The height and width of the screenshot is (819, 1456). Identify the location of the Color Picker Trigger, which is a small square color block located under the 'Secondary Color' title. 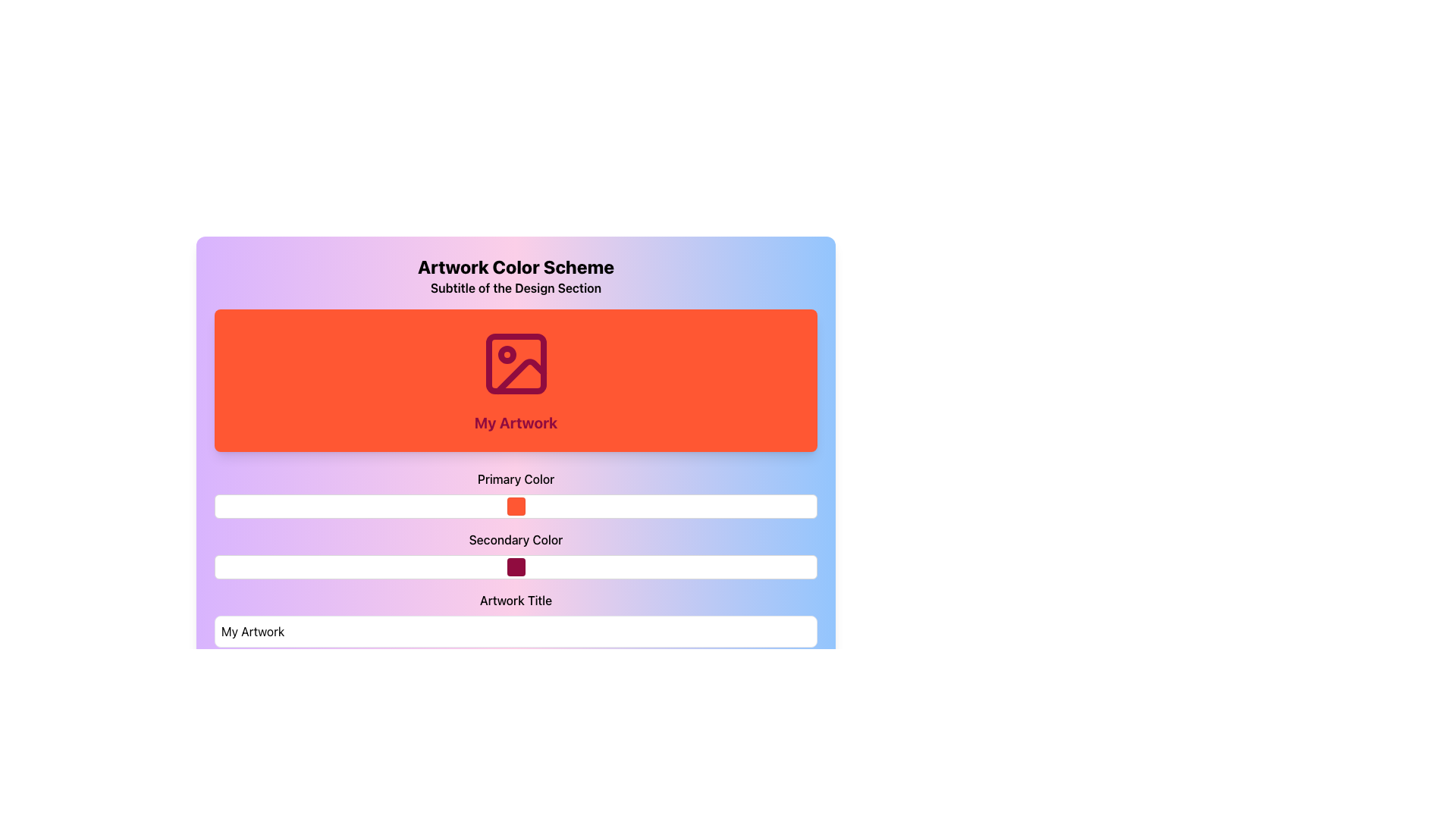
(516, 567).